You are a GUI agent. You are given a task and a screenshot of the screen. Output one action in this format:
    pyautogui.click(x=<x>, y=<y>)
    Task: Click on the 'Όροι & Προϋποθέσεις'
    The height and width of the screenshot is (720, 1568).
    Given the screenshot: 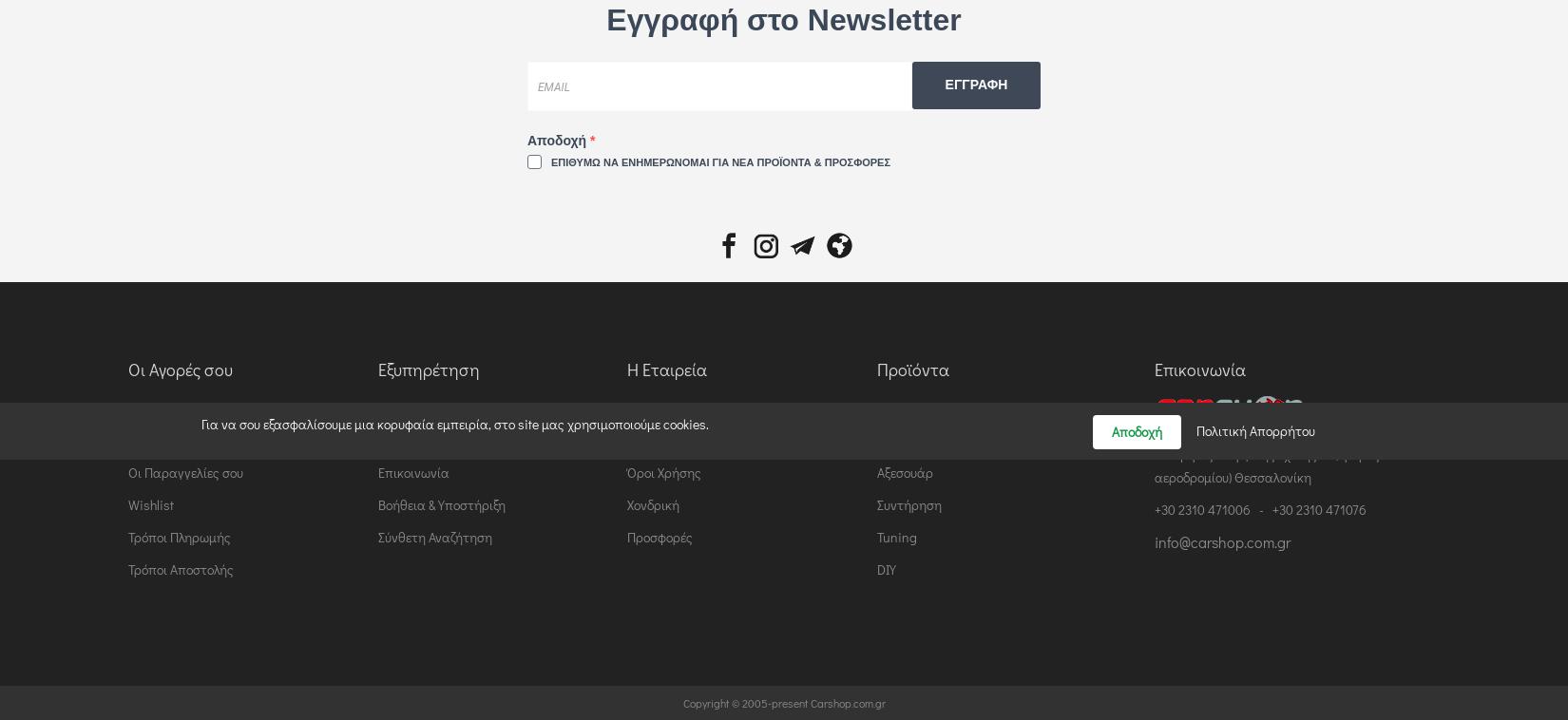 What is the action you would take?
    pyautogui.click(x=437, y=439)
    